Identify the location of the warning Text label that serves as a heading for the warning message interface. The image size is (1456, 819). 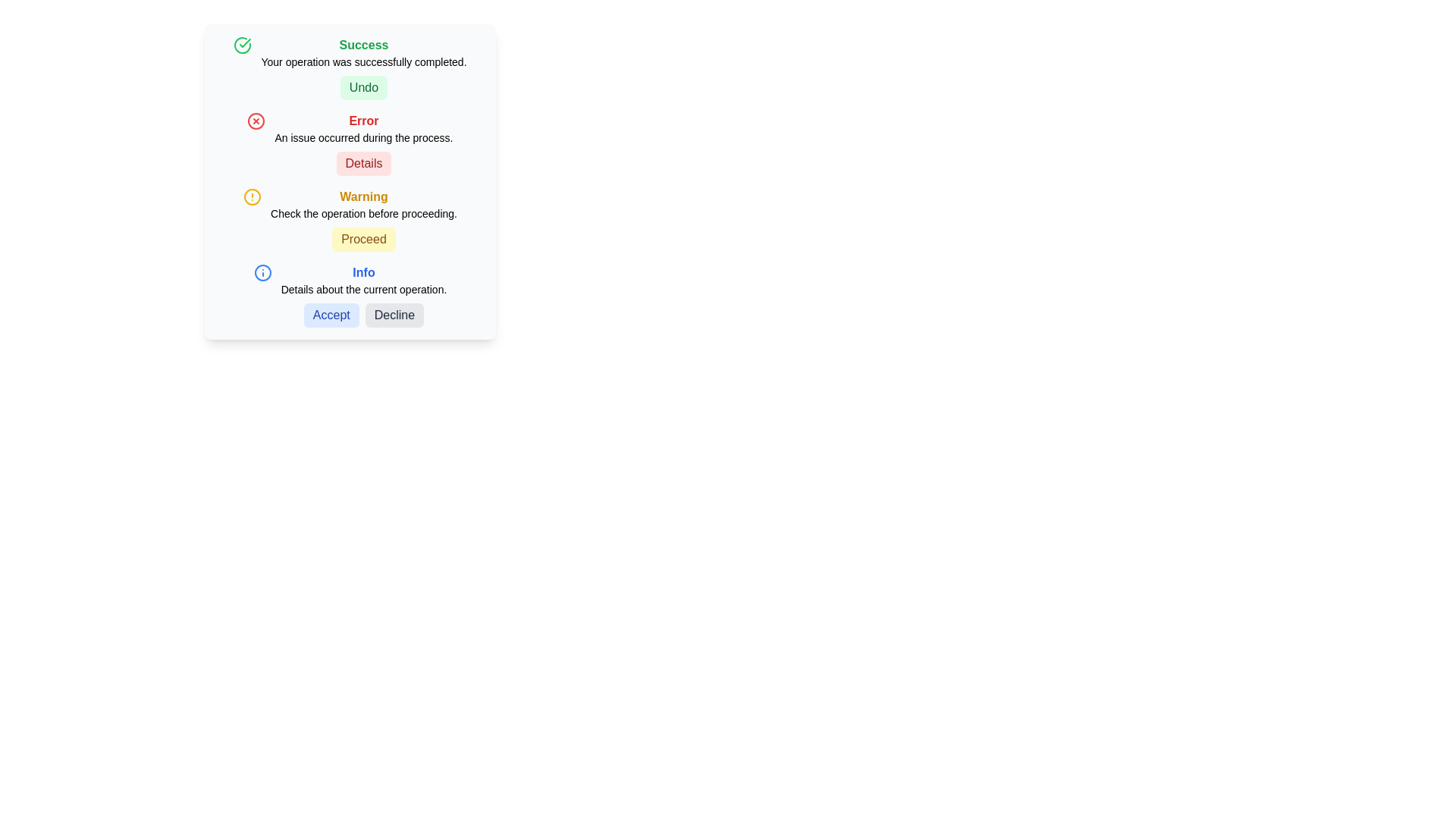
(364, 196).